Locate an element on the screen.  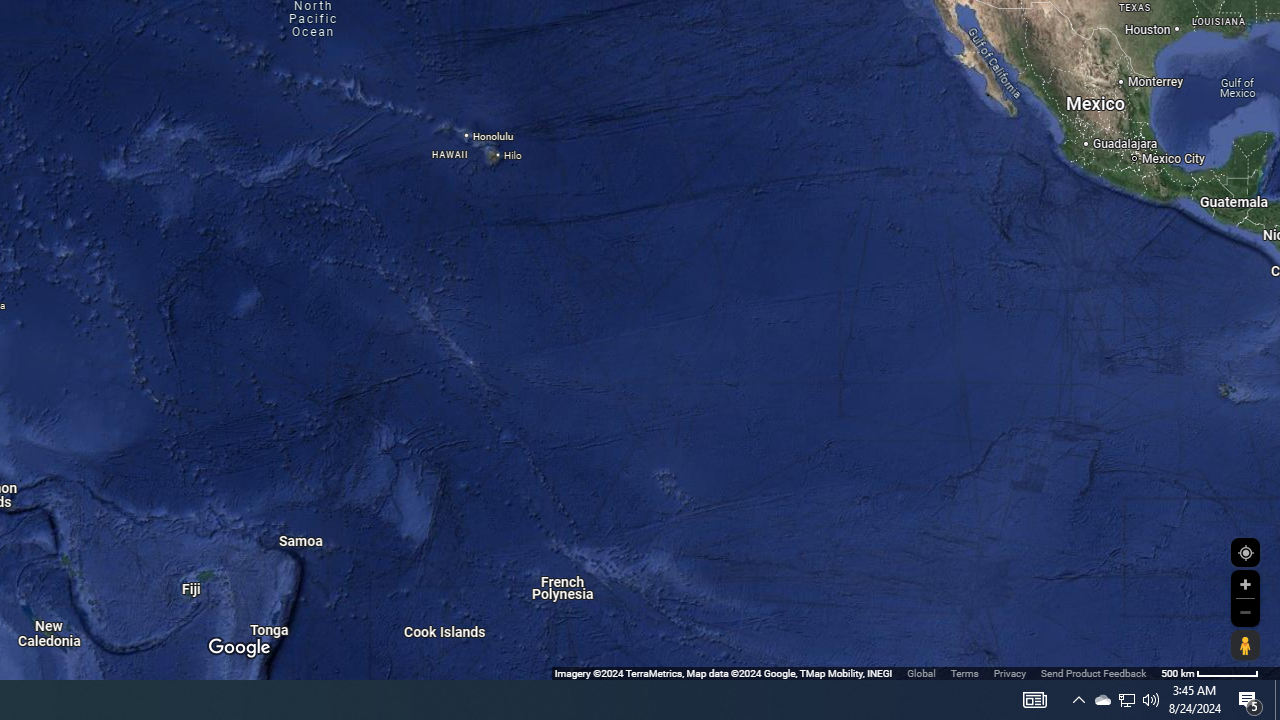
'Send Product Feedback' is located at coordinates (1092, 673).